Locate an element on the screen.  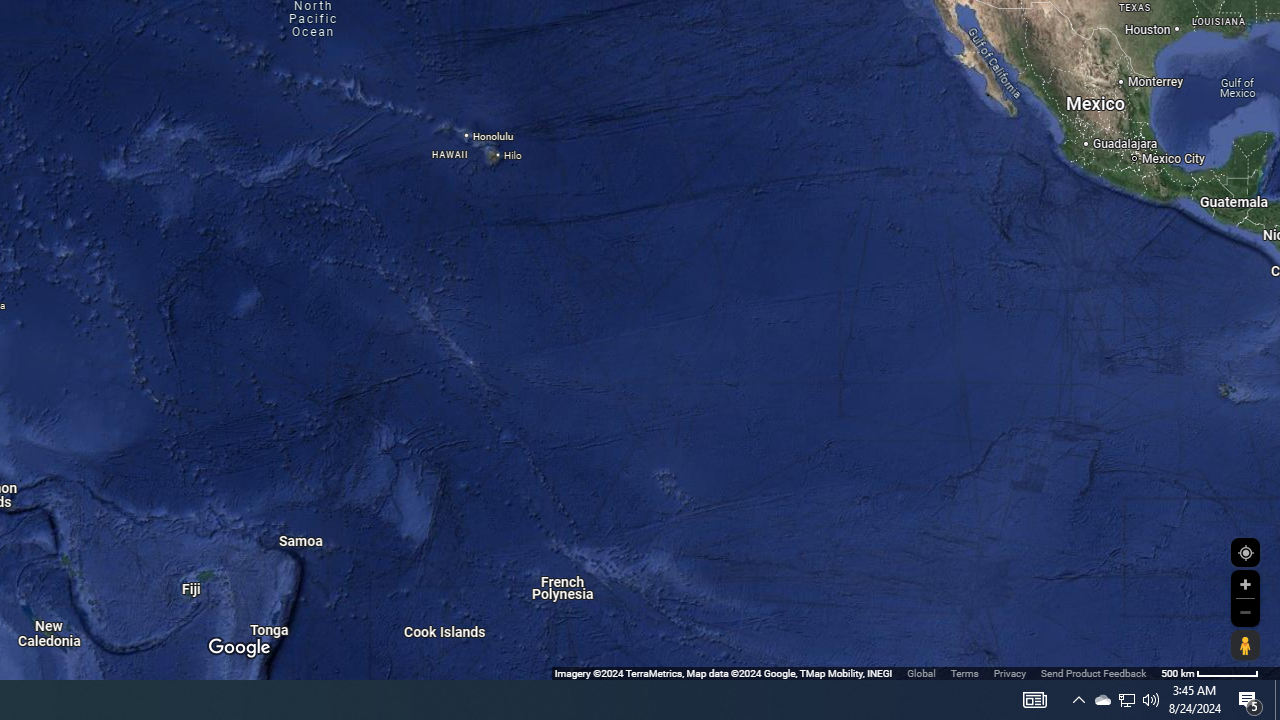
'Send Product Feedback' is located at coordinates (1092, 673).